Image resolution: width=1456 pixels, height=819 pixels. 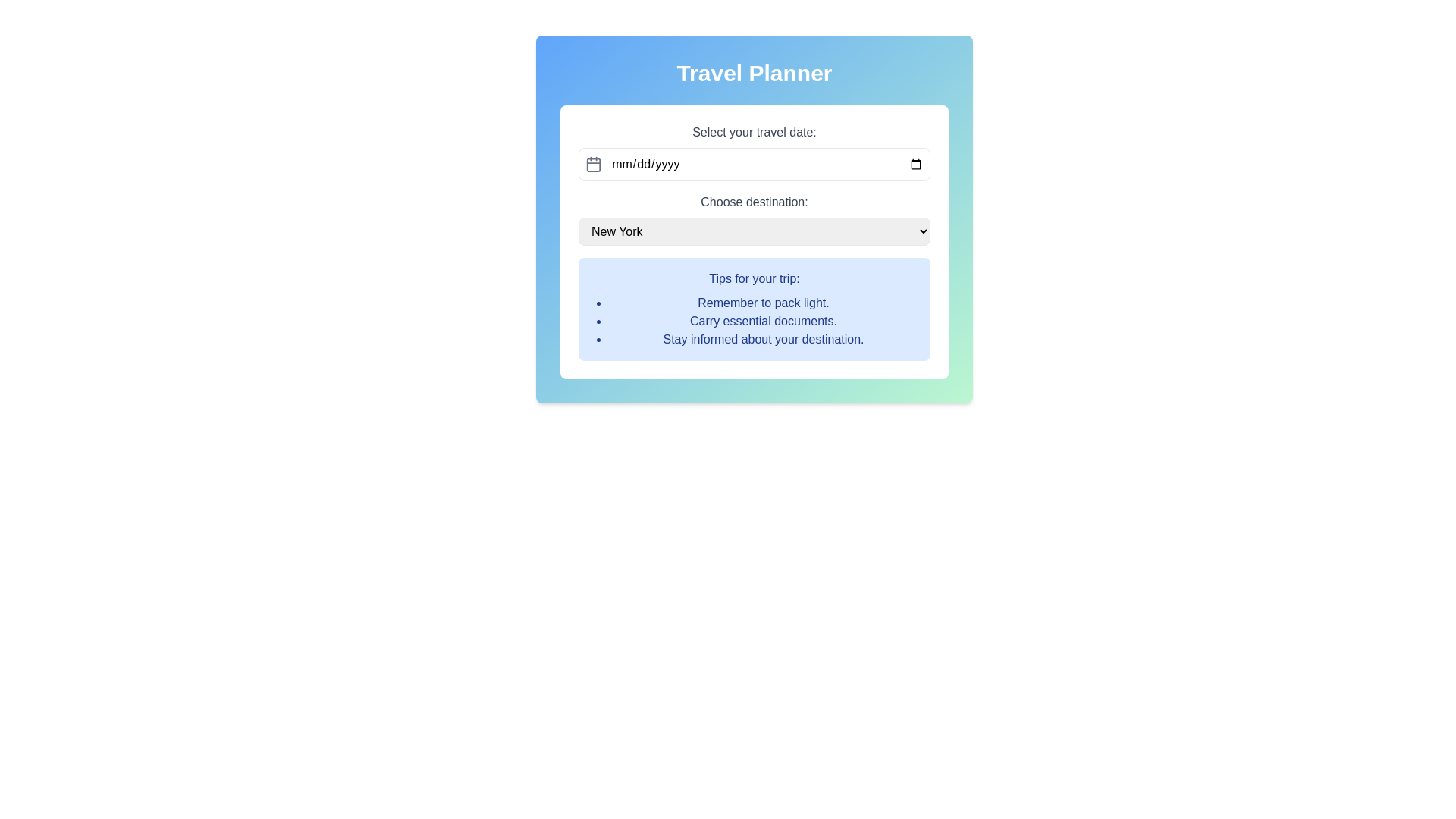 What do you see at coordinates (754, 219) in the screenshot?
I see `the Dropdown menu located below the 'Select your travel date:' input field and above the 'Tips for your trip:' section by clicking on it` at bounding box center [754, 219].